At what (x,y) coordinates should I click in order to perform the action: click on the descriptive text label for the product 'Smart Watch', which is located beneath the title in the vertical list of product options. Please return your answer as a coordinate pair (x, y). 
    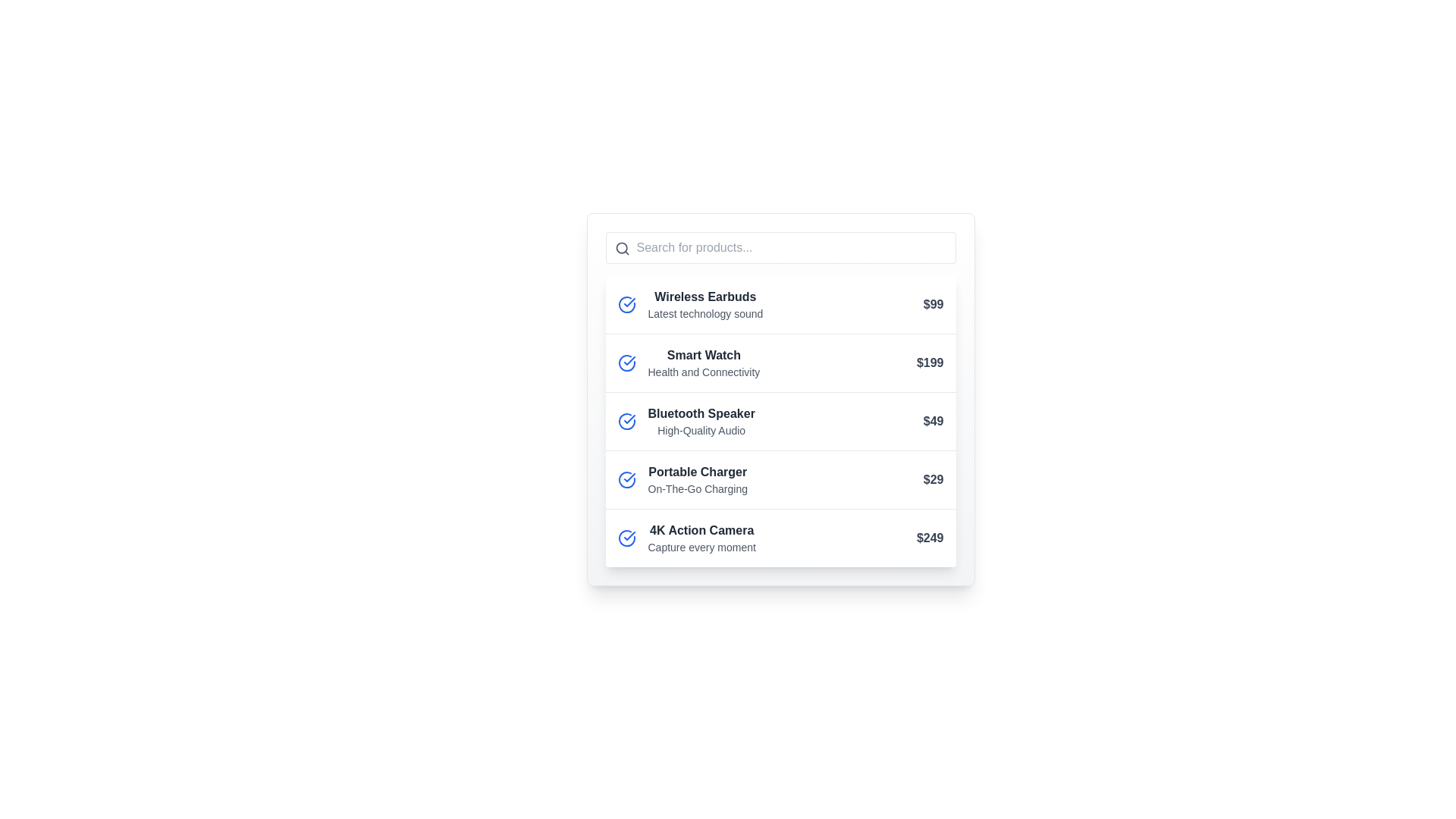
    Looking at the image, I should click on (703, 372).